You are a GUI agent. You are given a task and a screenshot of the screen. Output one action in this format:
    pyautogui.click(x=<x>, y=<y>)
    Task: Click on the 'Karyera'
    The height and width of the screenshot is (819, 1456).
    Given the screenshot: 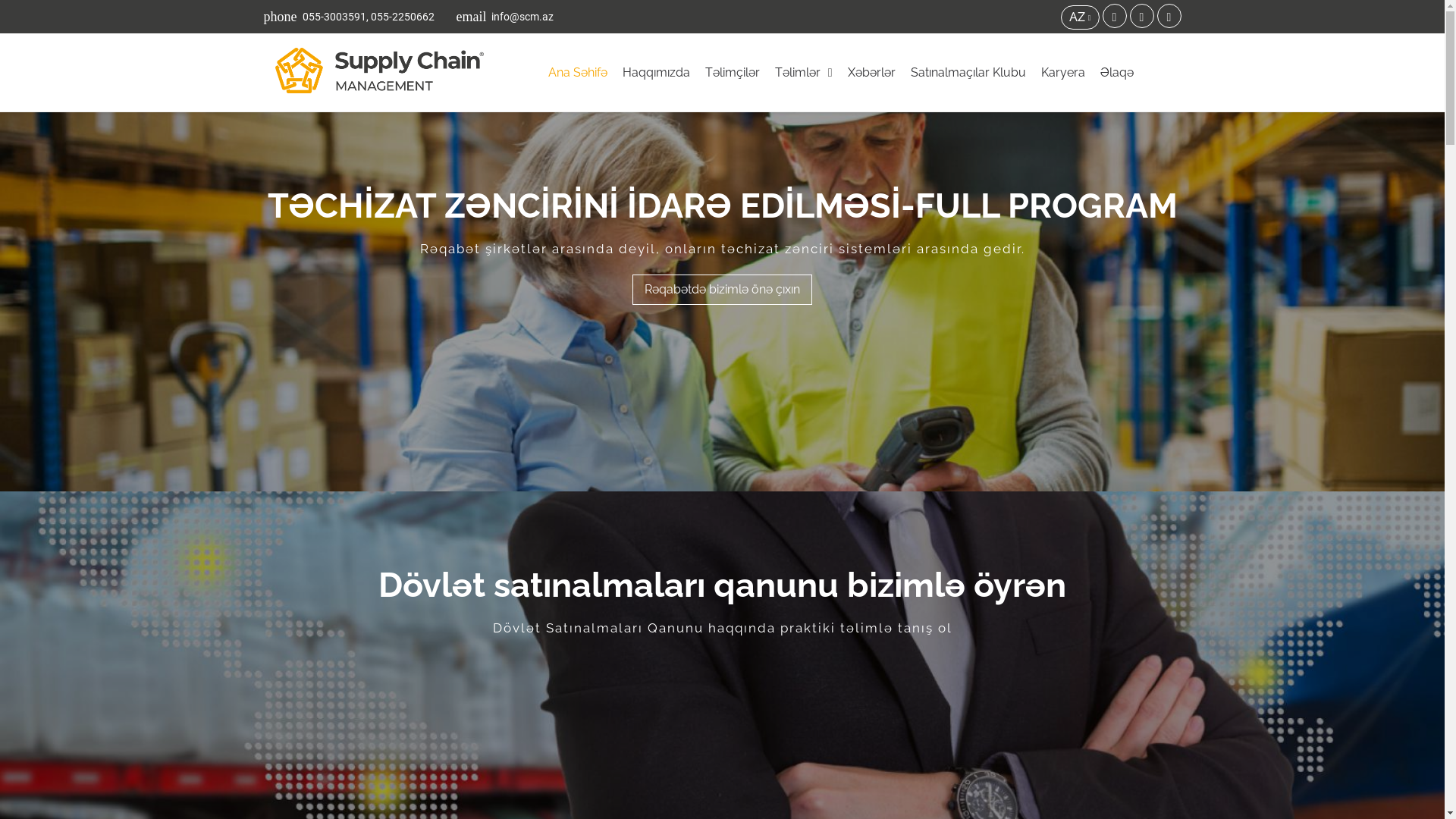 What is the action you would take?
    pyautogui.click(x=1037, y=73)
    